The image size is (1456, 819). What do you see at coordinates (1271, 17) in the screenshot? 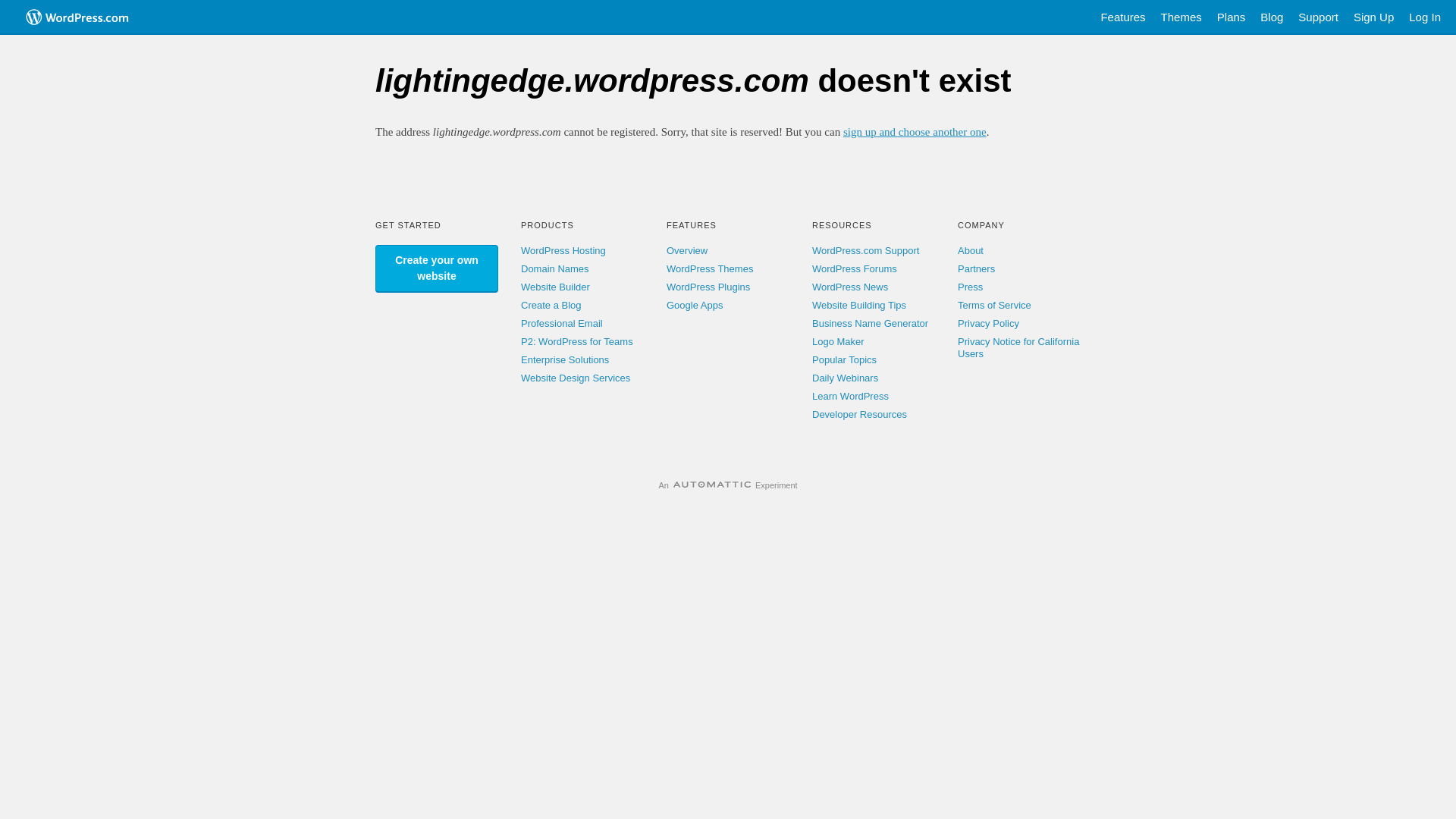
I see `'Blog'` at bounding box center [1271, 17].